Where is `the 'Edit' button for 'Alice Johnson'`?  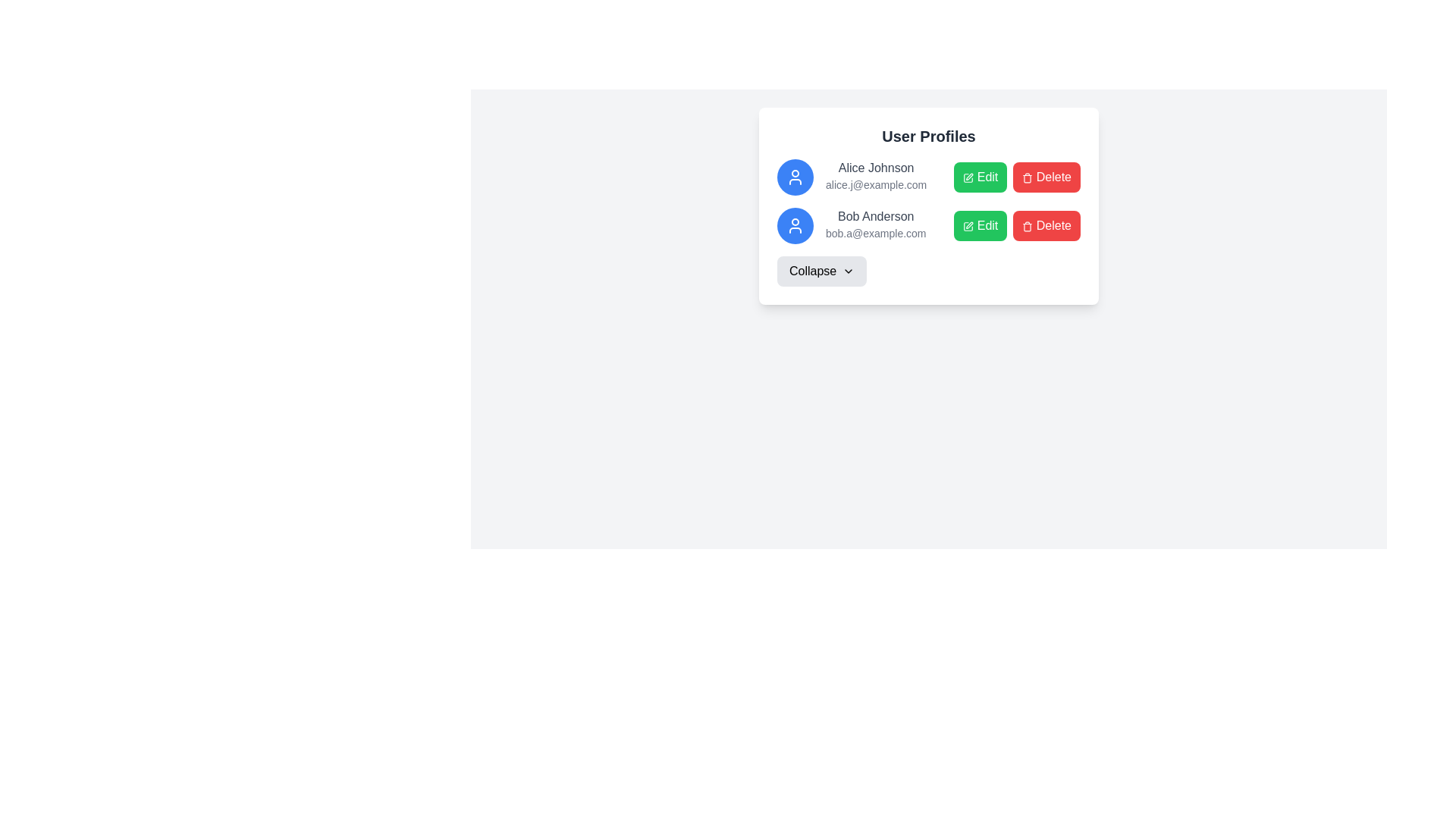 the 'Edit' button for 'Alice Johnson' is located at coordinates (981, 177).